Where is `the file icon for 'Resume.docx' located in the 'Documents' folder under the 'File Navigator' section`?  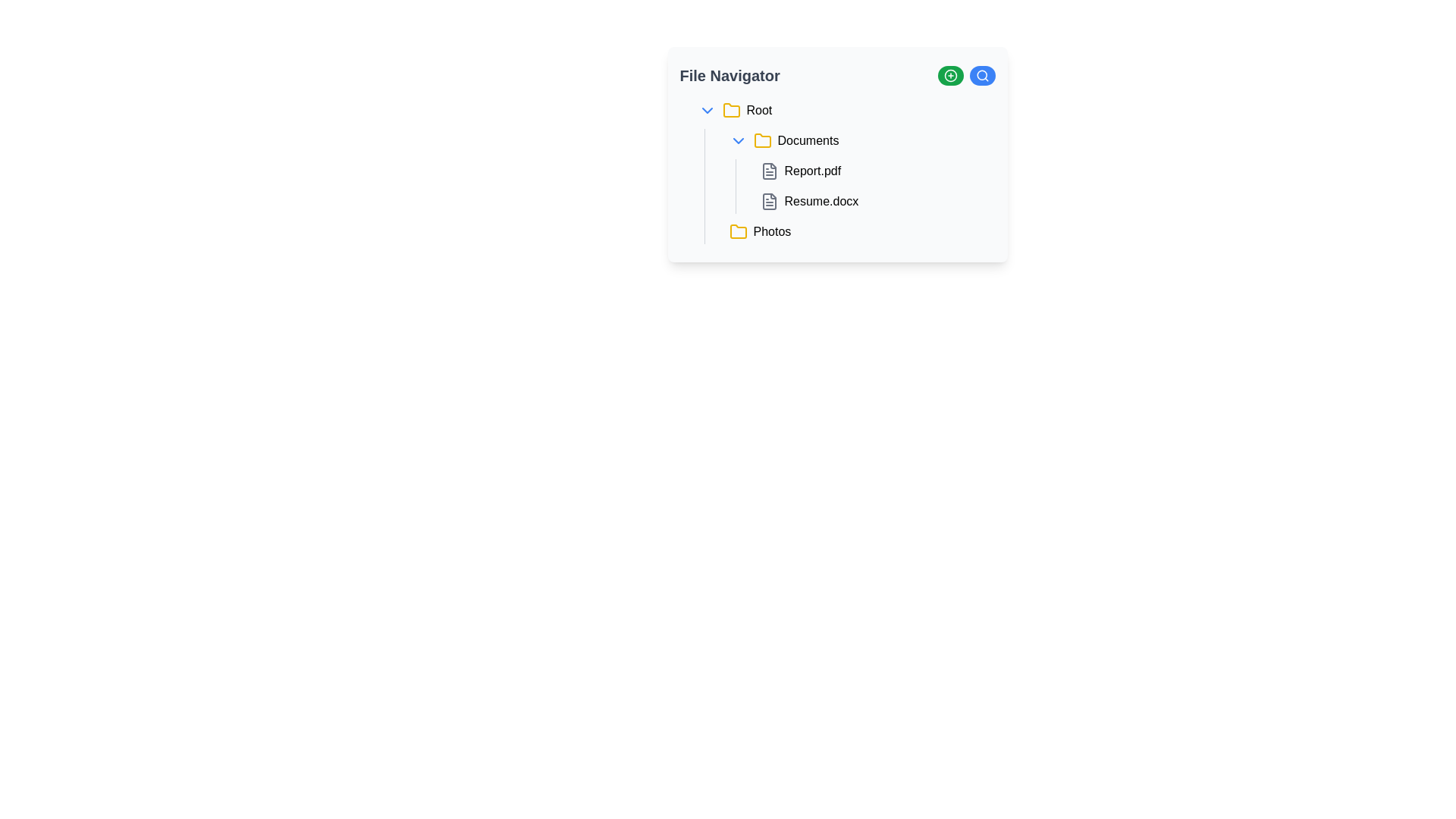 the file icon for 'Resume.docx' located in the 'Documents' folder under the 'File Navigator' section is located at coordinates (769, 201).